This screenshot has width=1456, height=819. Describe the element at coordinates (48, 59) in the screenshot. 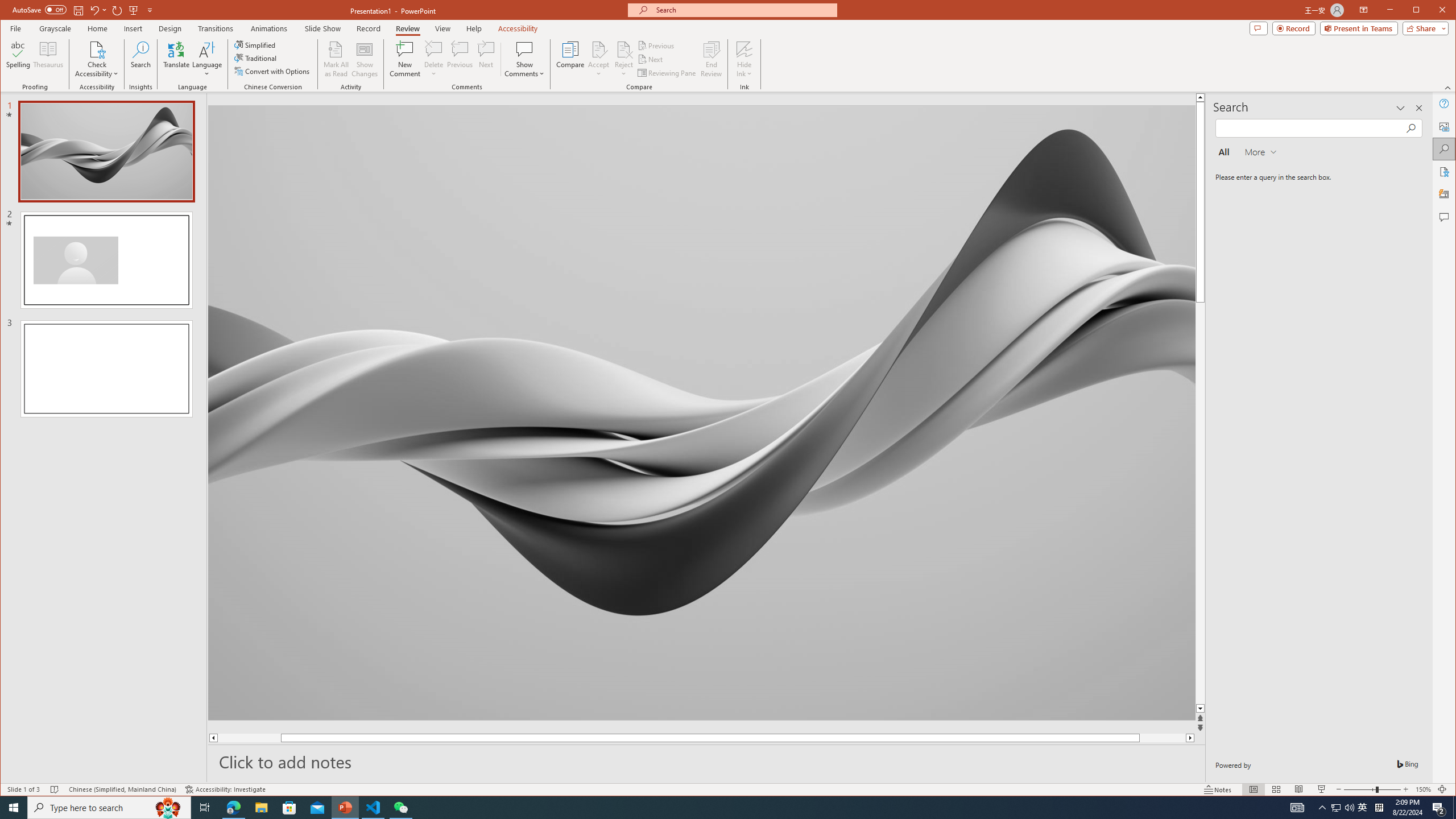

I see `'Thesaurus...'` at that location.